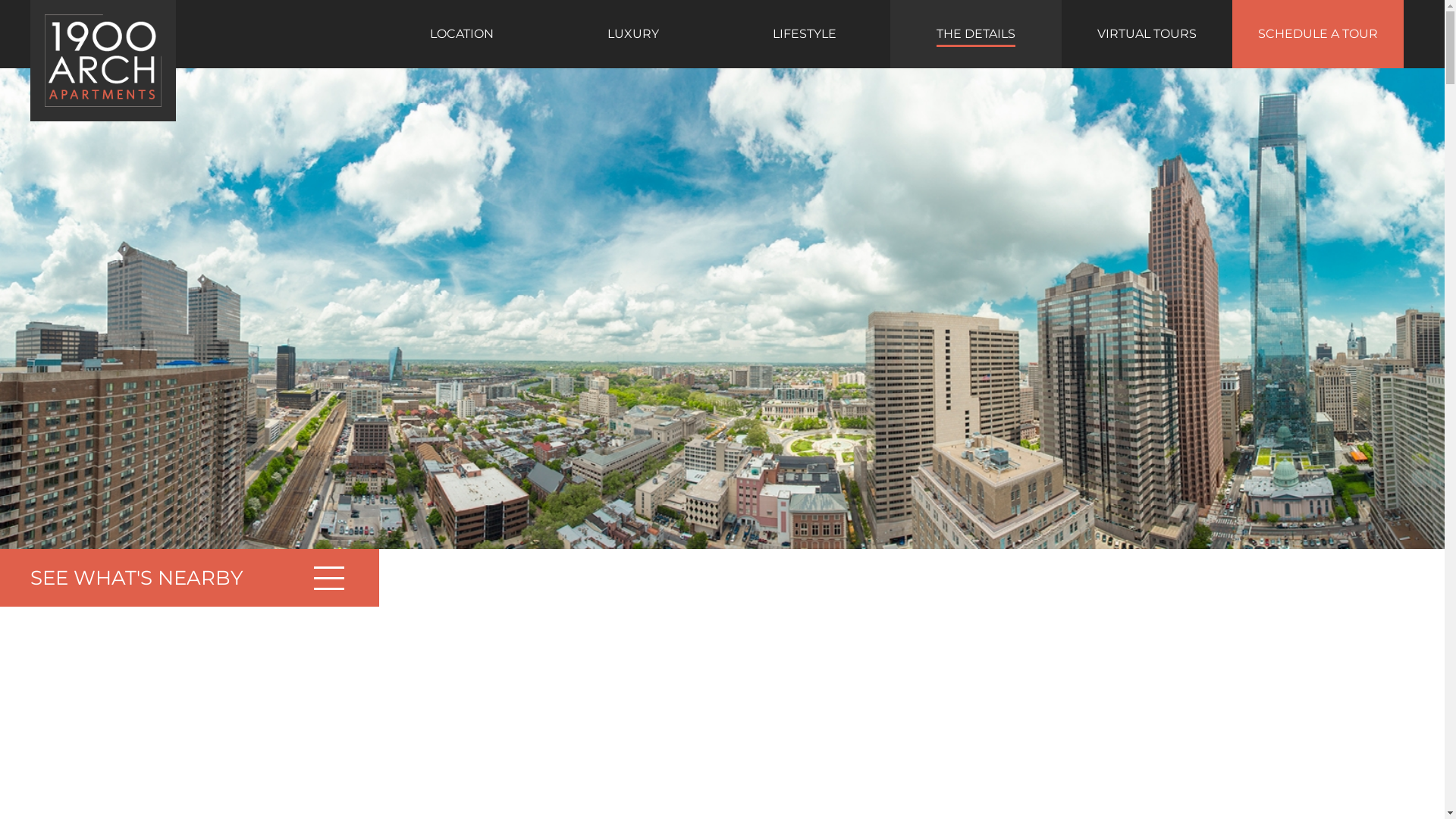  What do you see at coordinates (633, 34) in the screenshot?
I see `'LUXURY'` at bounding box center [633, 34].